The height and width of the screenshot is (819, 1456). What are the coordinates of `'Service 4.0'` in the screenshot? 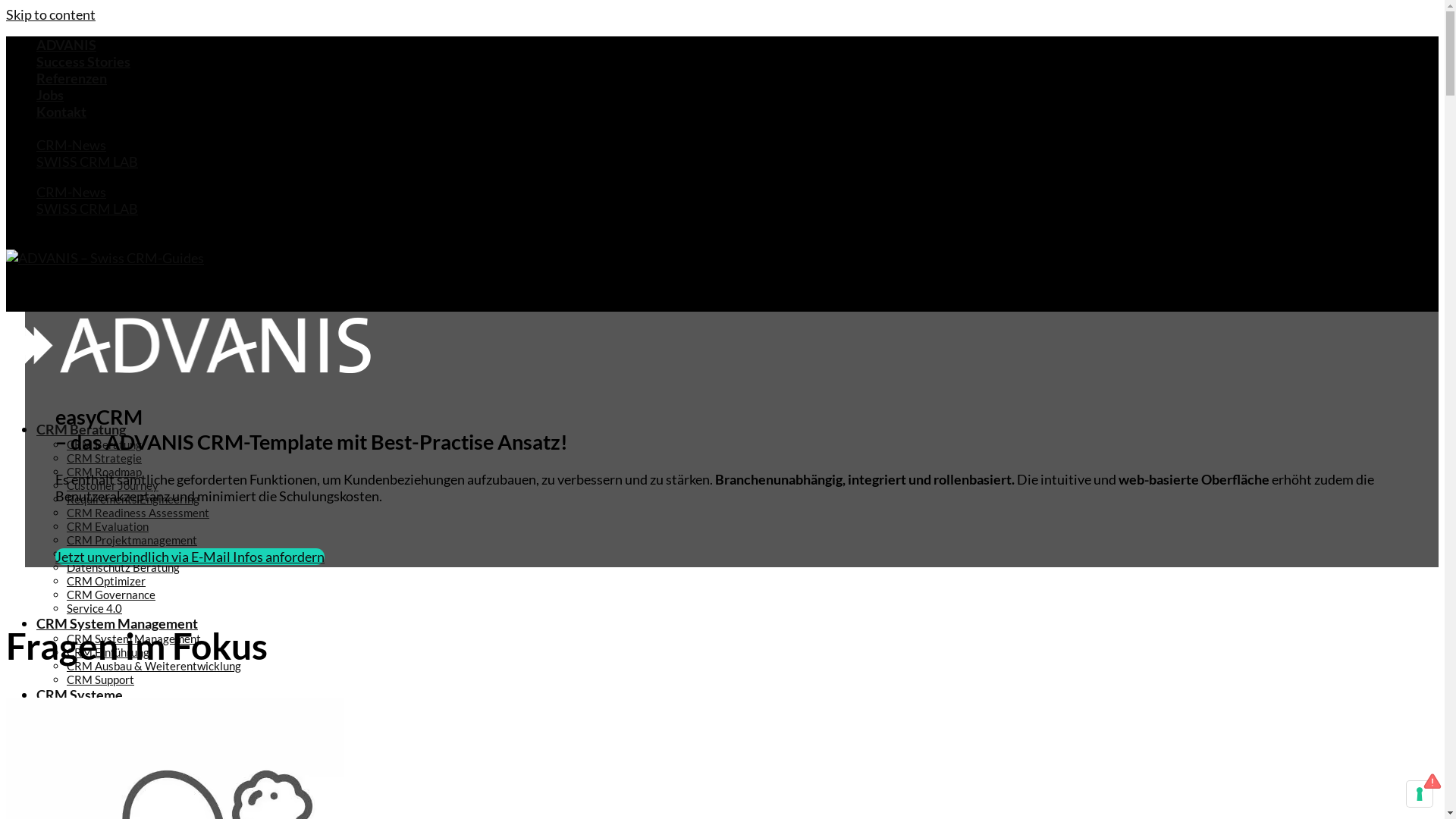 It's located at (93, 607).